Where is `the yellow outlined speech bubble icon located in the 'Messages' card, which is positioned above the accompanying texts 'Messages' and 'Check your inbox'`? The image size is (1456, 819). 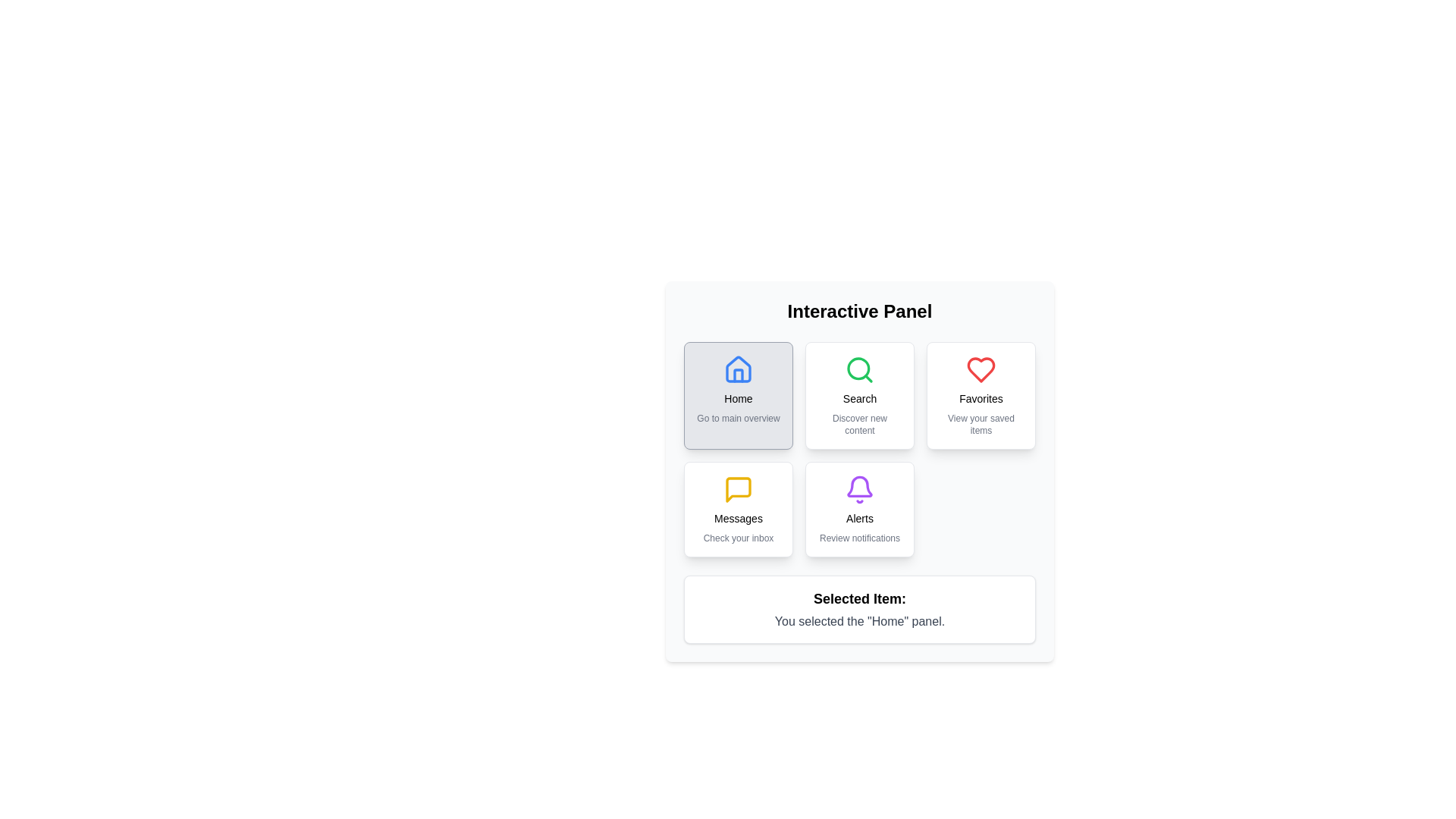
the yellow outlined speech bubble icon located in the 'Messages' card, which is positioned above the accompanying texts 'Messages' and 'Check your inbox' is located at coordinates (739, 489).